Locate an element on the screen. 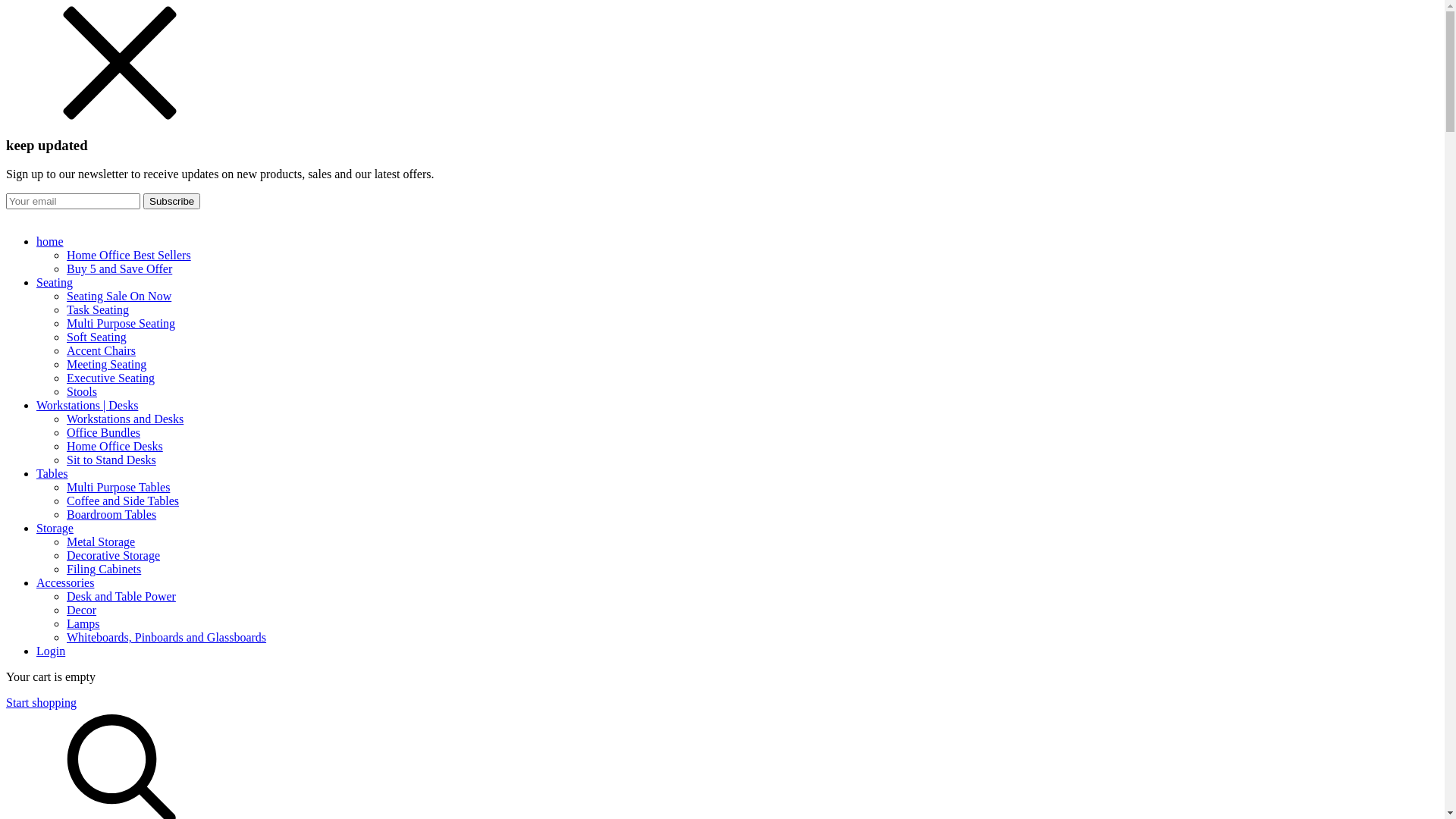 The height and width of the screenshot is (819, 1456). 'Start shopping' is located at coordinates (6, 702).